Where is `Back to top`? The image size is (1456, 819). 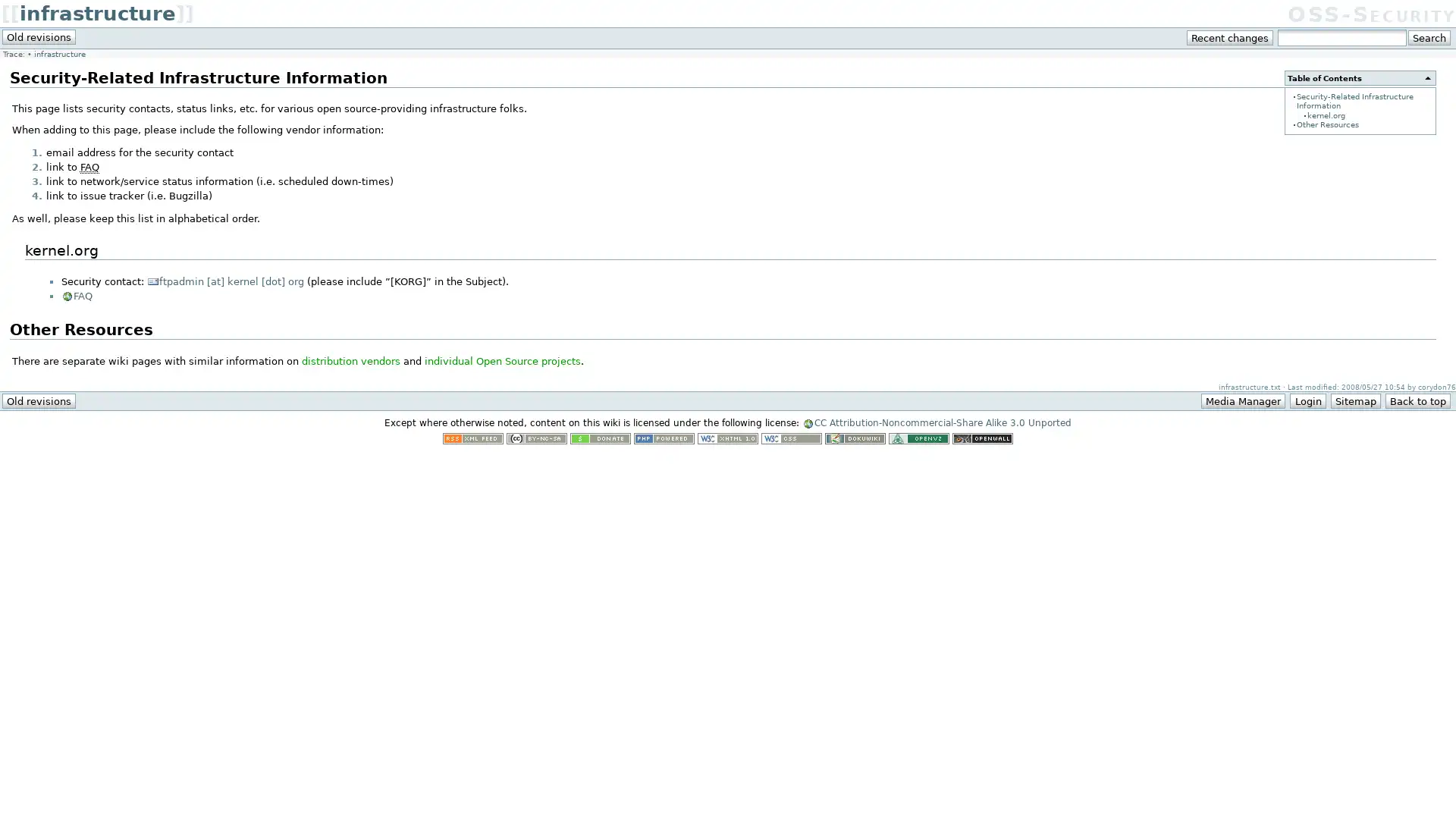 Back to top is located at coordinates (1417, 400).